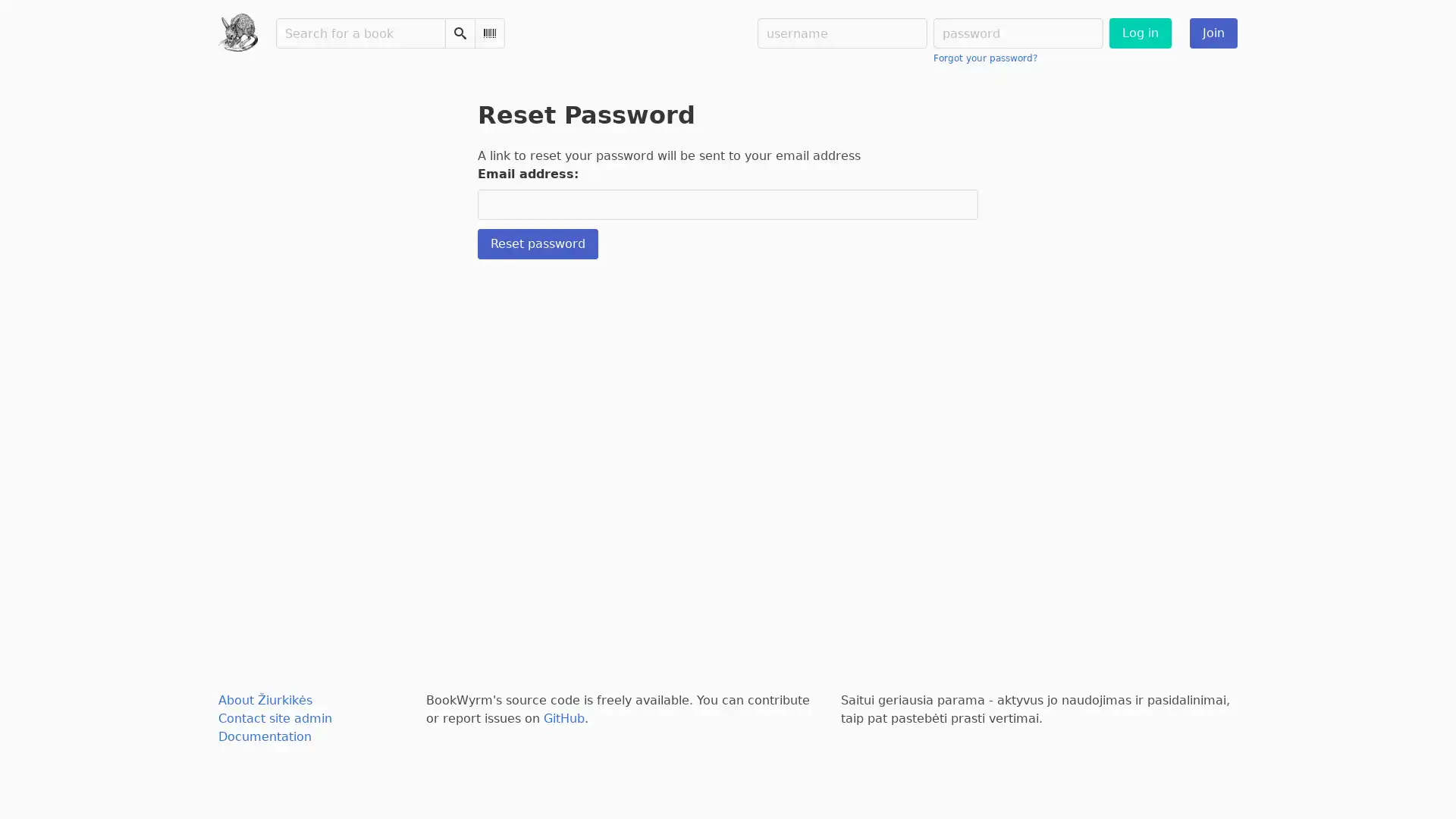  What do you see at coordinates (488, 33) in the screenshot?
I see `Scan Barcode` at bounding box center [488, 33].